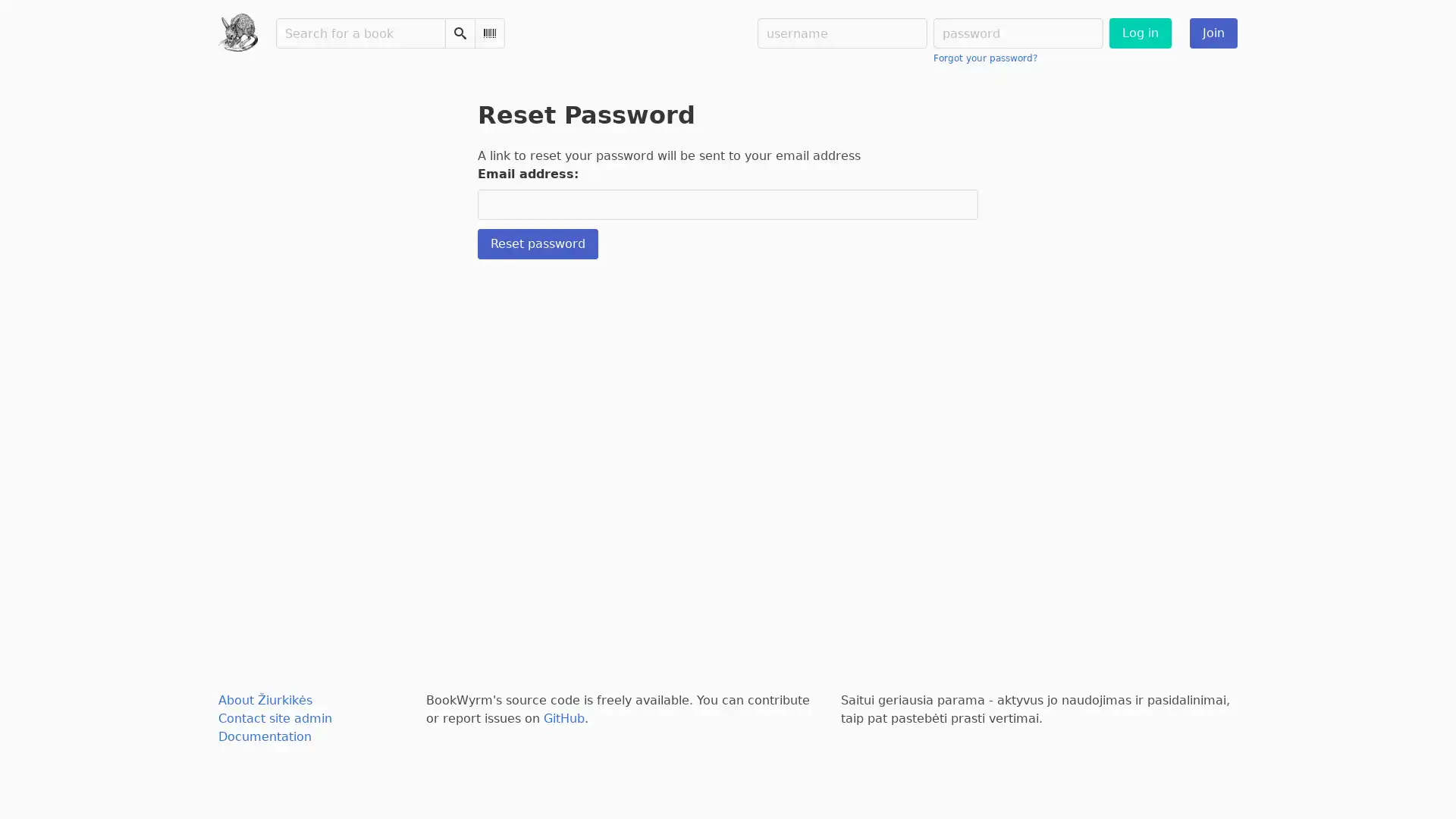  What do you see at coordinates (488, 33) in the screenshot?
I see `Scan Barcode` at bounding box center [488, 33].